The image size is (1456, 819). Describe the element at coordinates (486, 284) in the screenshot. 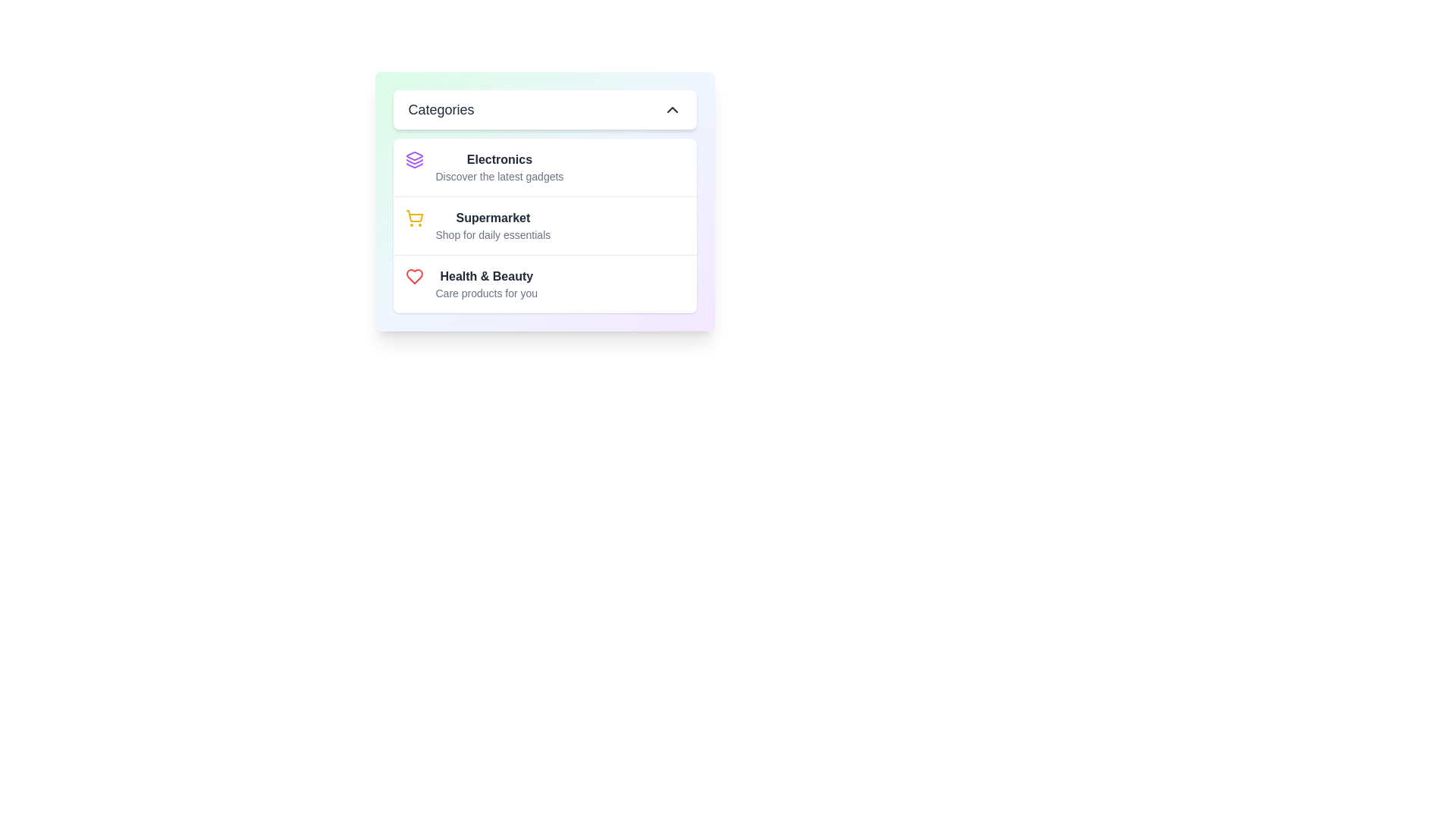

I see `the 'Health & Beauty' Category Label element, which features a bolded title and a subtitle` at that location.